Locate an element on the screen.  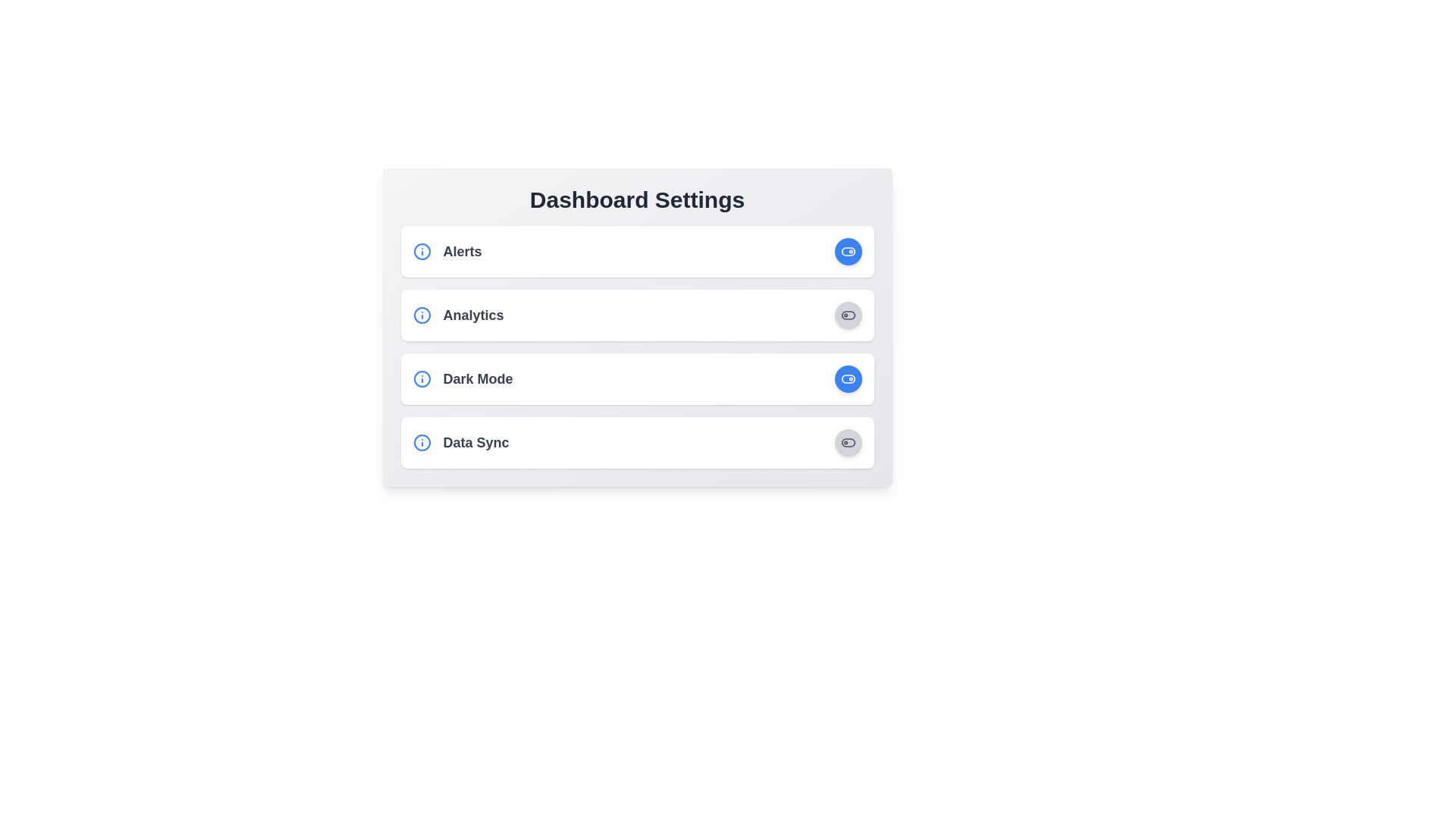
toggle button for Alerts to toggle its state is located at coordinates (847, 250).